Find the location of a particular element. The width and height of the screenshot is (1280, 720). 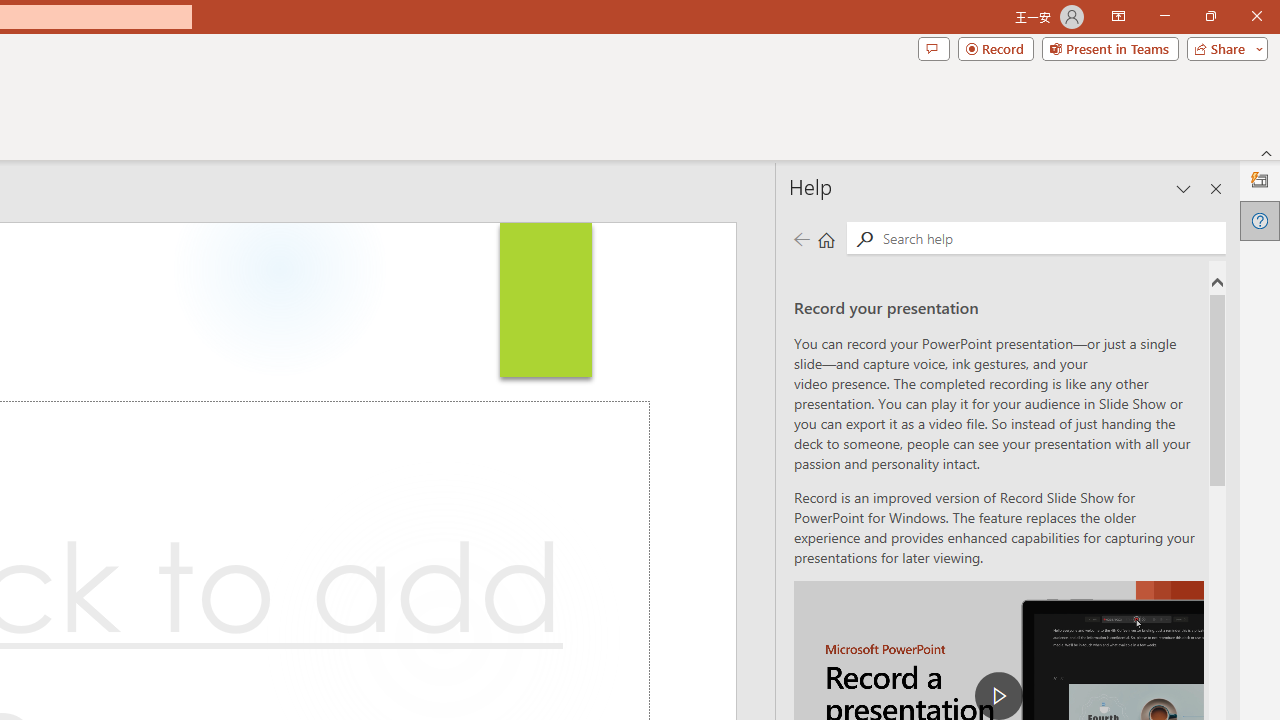

'Search' is located at coordinates (1049, 236).